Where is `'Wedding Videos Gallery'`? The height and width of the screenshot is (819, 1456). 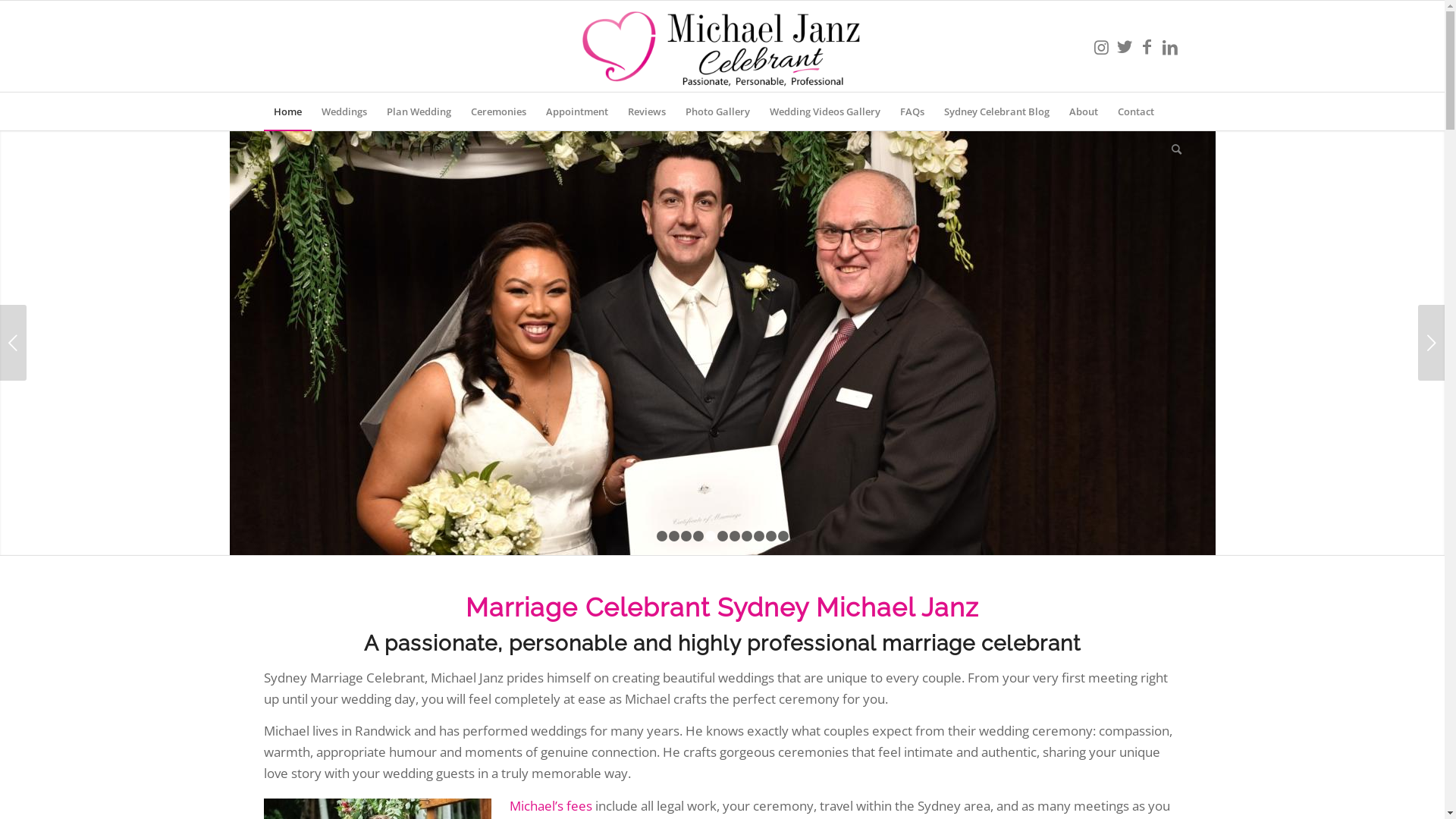 'Wedding Videos Gallery' is located at coordinates (824, 110).